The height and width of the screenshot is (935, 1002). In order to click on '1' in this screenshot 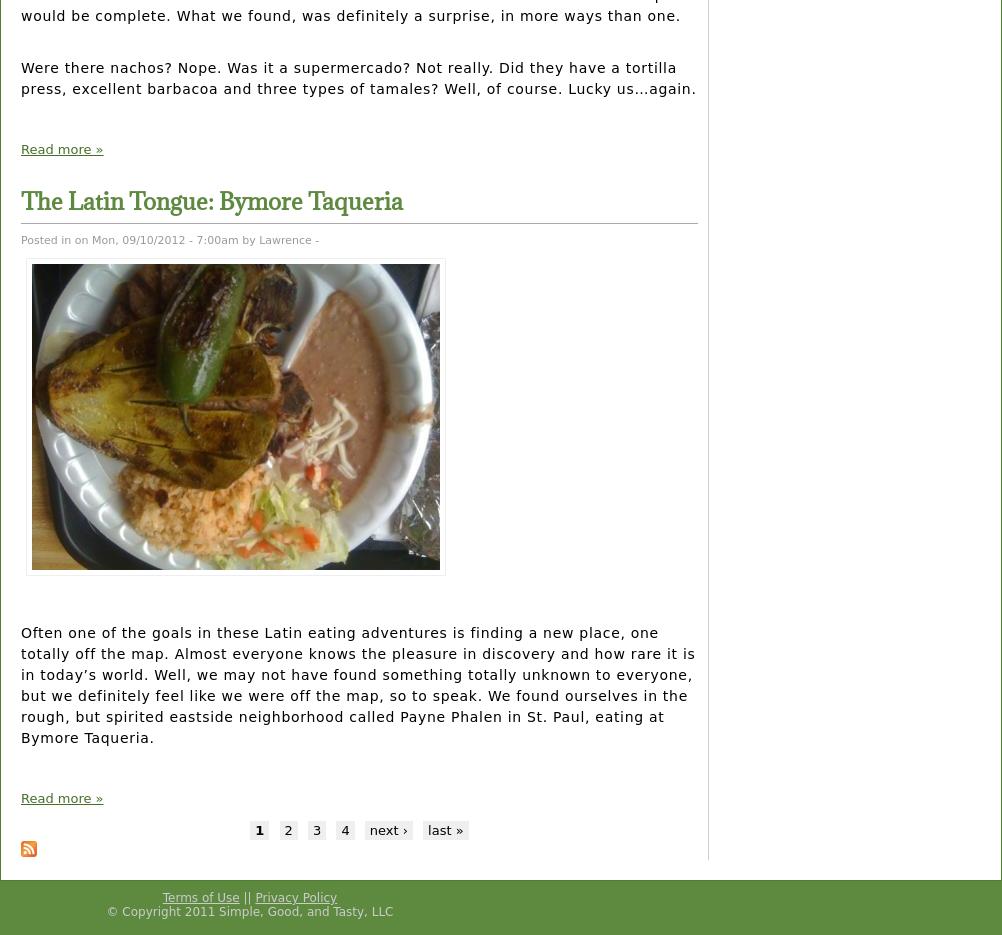, I will do `click(258, 829)`.